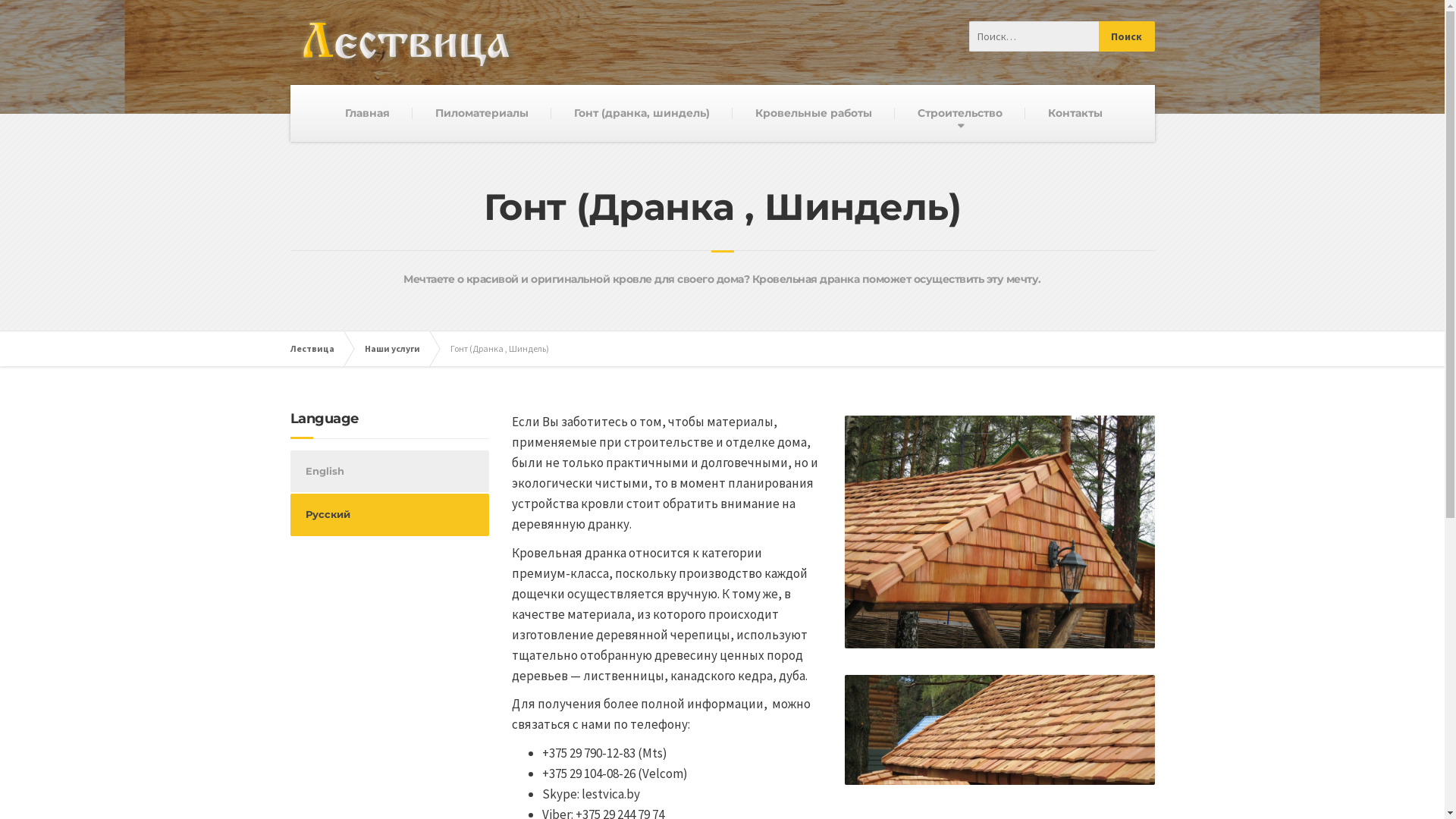 The image size is (1456, 819). What do you see at coordinates (389, 470) in the screenshot?
I see `'English'` at bounding box center [389, 470].